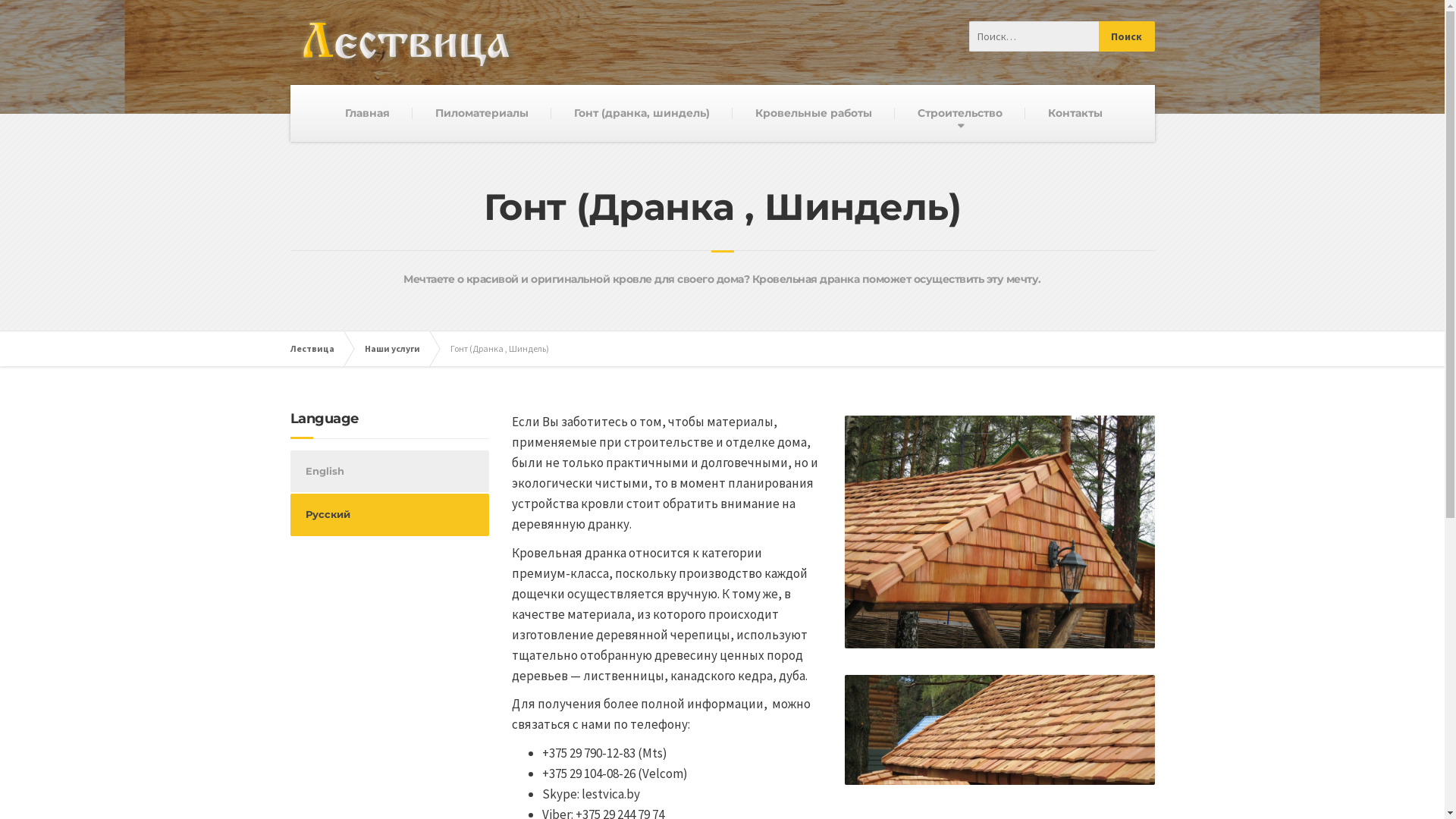 The image size is (1456, 819). What do you see at coordinates (389, 470) in the screenshot?
I see `'English'` at bounding box center [389, 470].